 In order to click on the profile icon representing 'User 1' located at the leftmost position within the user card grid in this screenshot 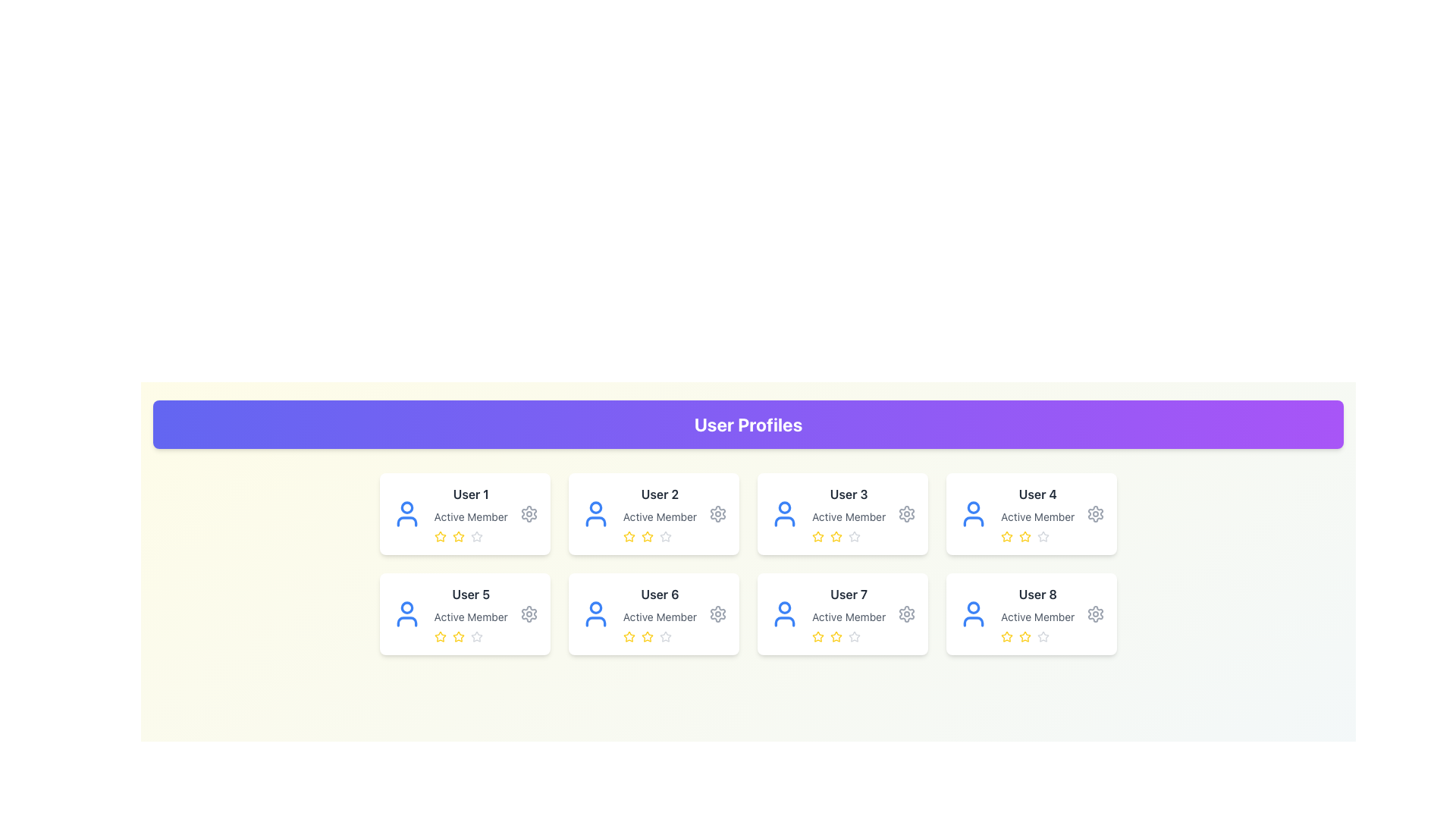, I will do `click(406, 513)`.